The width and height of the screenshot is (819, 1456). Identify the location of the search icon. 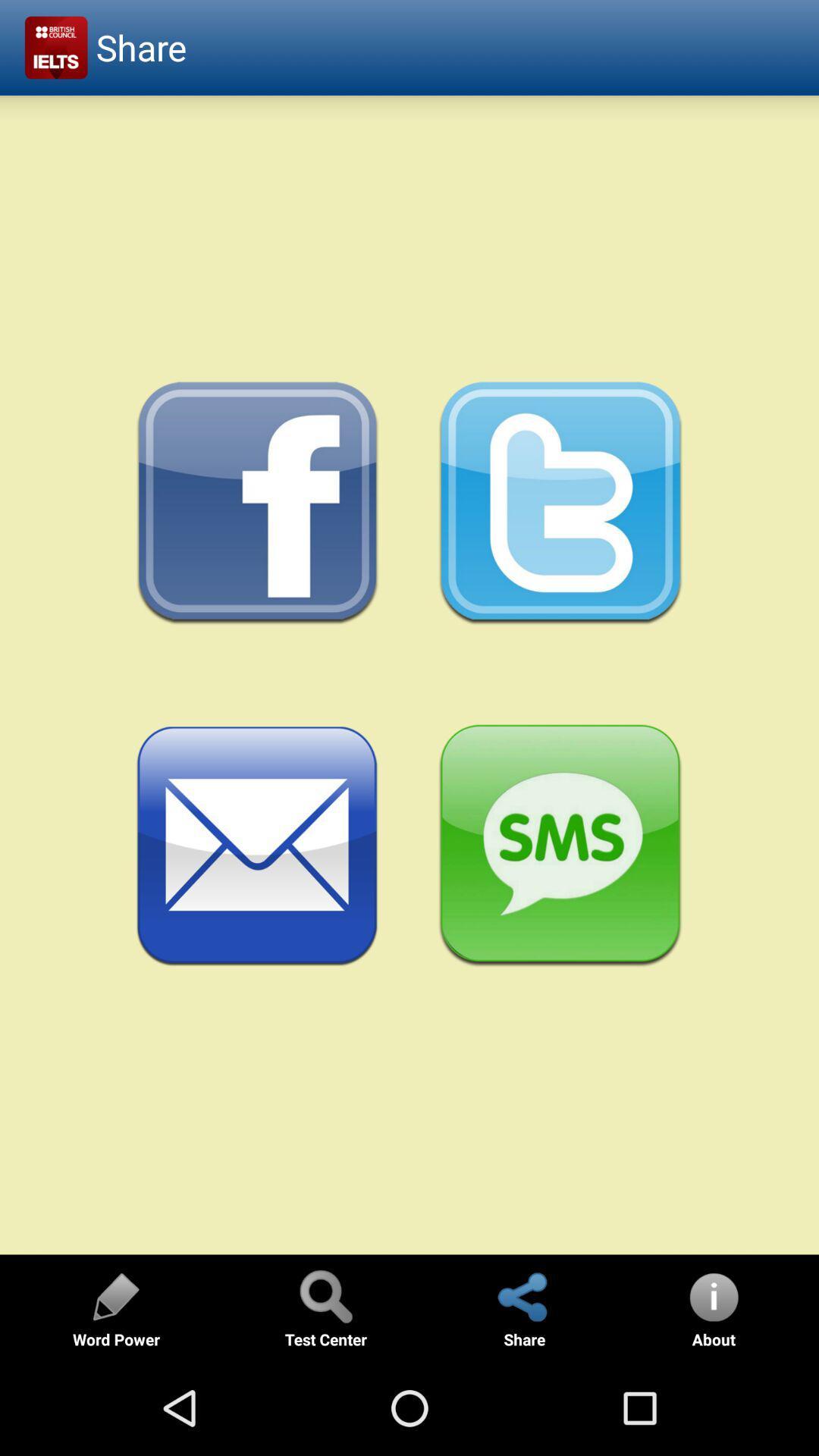
(325, 1388).